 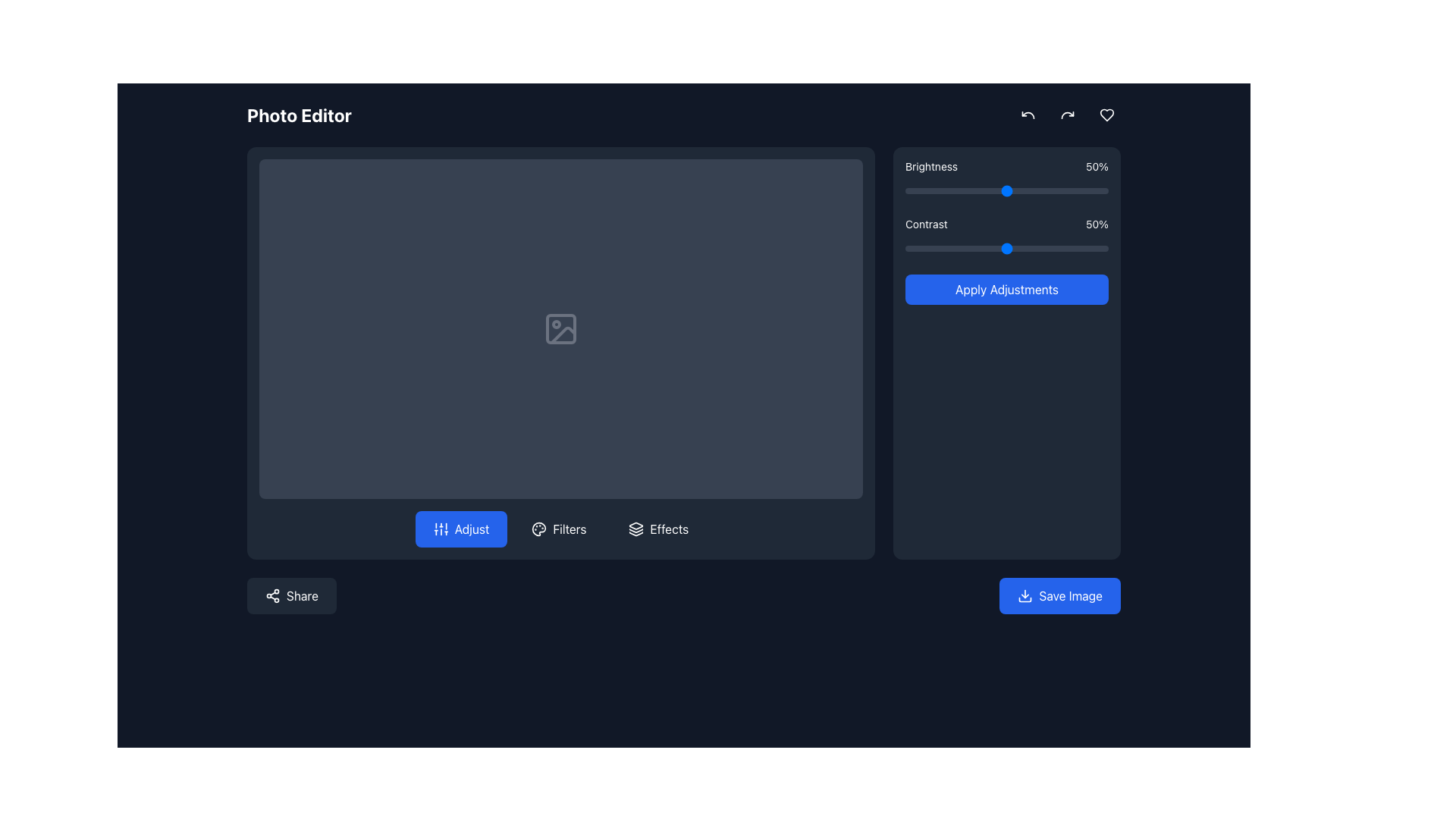 I want to click on the share button located at the bottom left corner of the interface, so click(x=291, y=595).